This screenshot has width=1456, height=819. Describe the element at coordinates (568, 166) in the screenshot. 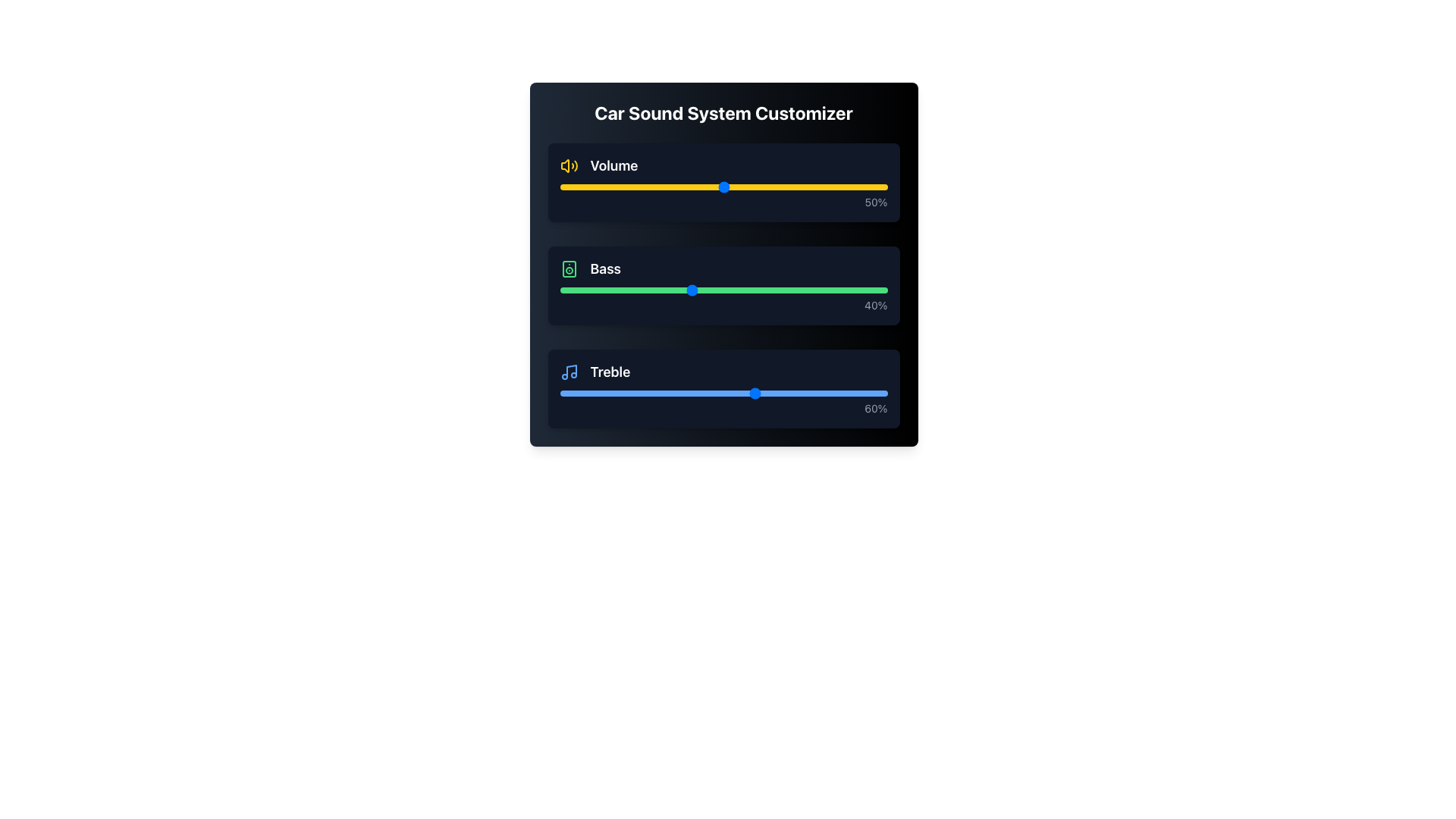

I see `the sound or volume settings icon located to the left of the 'Volume' label in the first row of the settings interface` at that location.